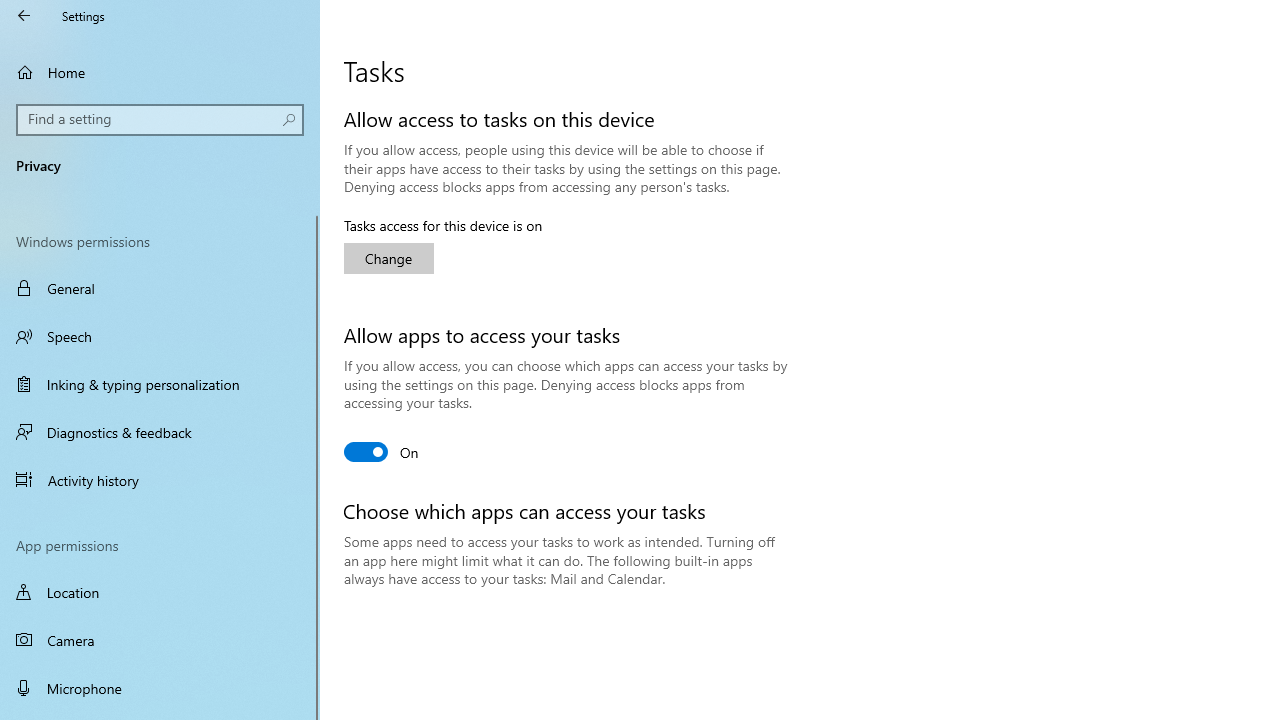 The height and width of the screenshot is (720, 1280). What do you see at coordinates (160, 640) in the screenshot?
I see `'Camera'` at bounding box center [160, 640].